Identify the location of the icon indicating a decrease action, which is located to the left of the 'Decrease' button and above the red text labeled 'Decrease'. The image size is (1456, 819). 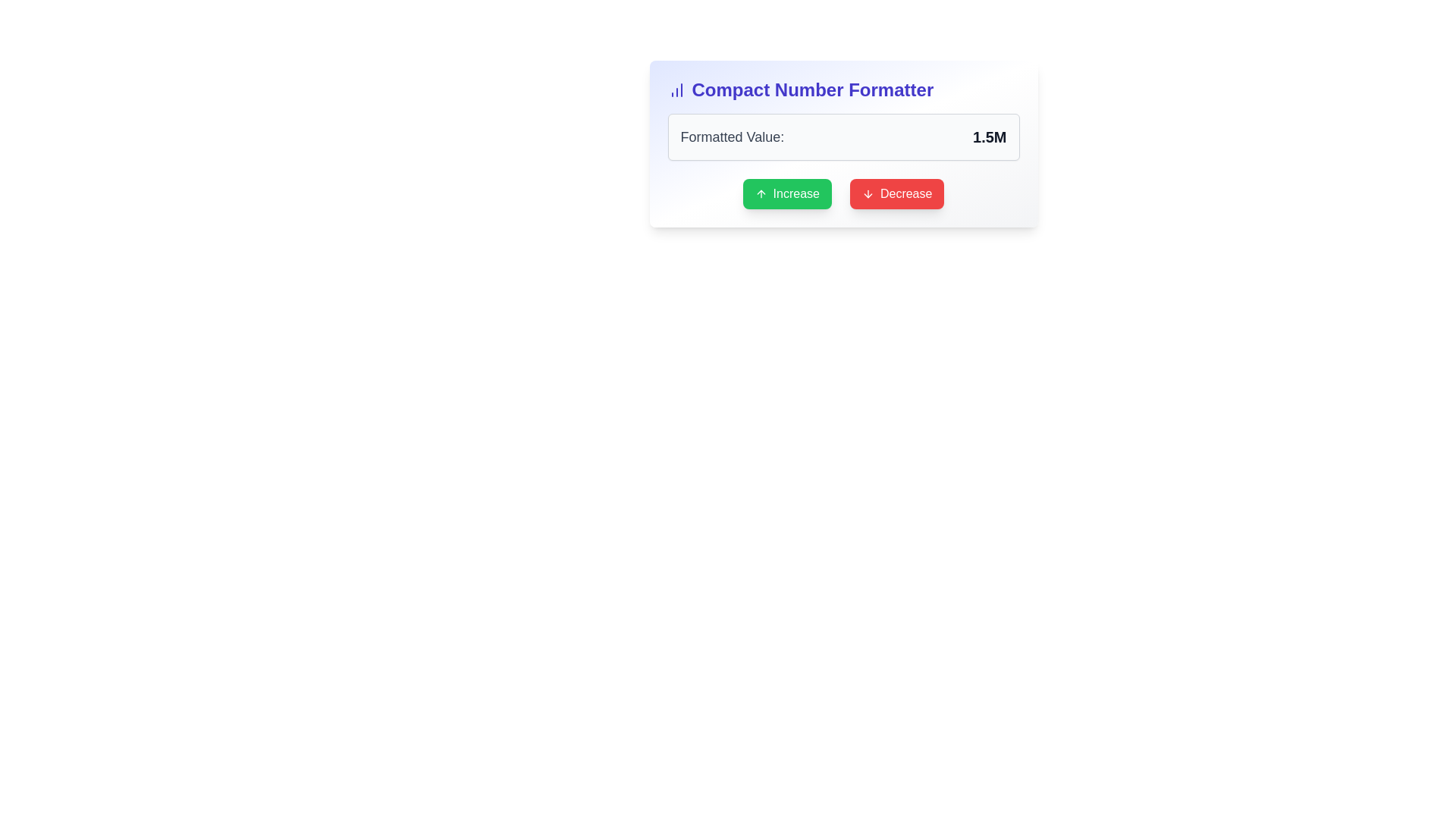
(868, 193).